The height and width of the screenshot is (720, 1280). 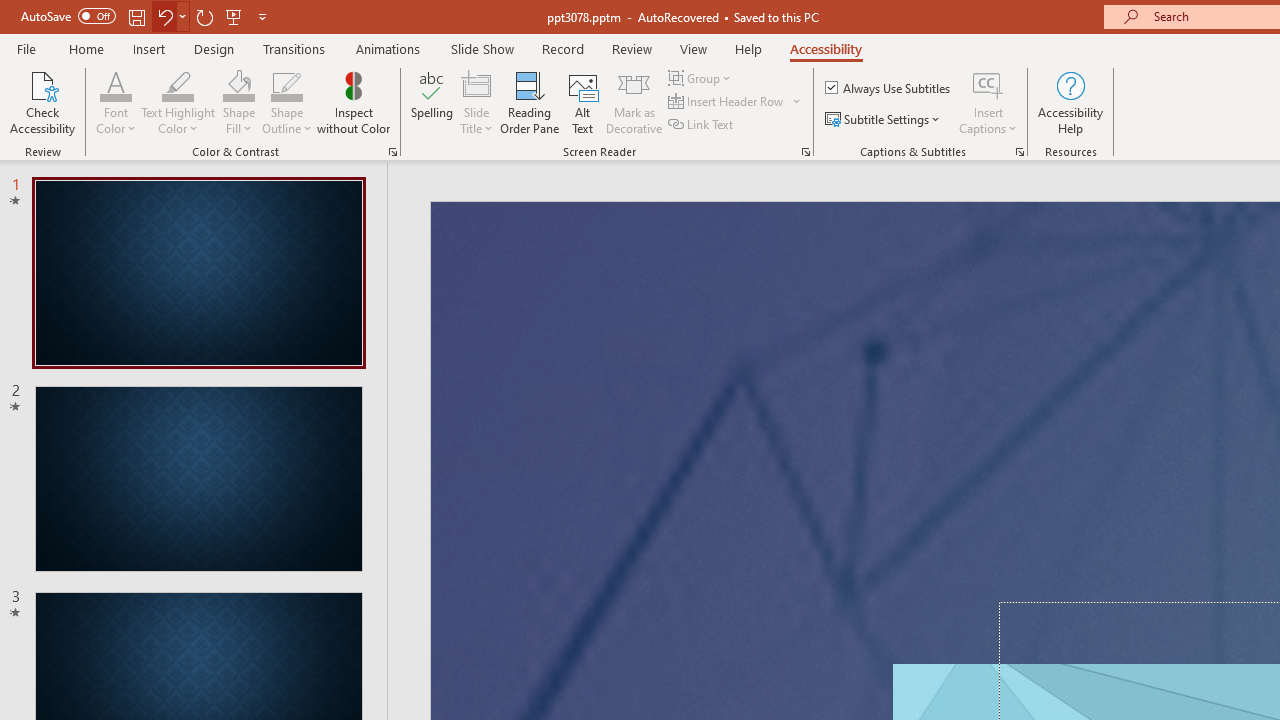 I want to click on 'Insert Captions', so click(x=988, y=84).